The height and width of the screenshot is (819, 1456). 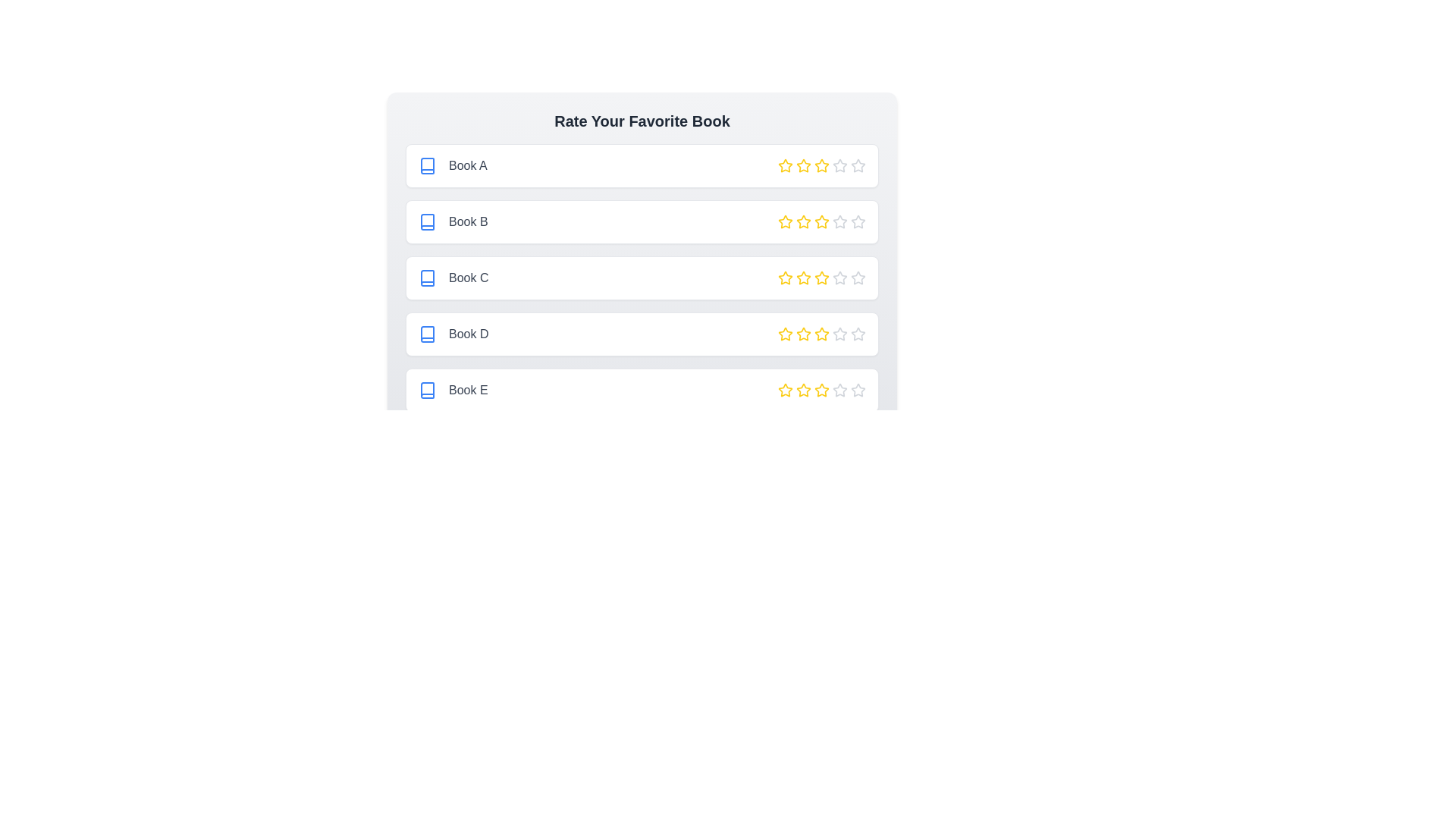 I want to click on the book name Book B to focus or interact with the text, so click(x=451, y=222).